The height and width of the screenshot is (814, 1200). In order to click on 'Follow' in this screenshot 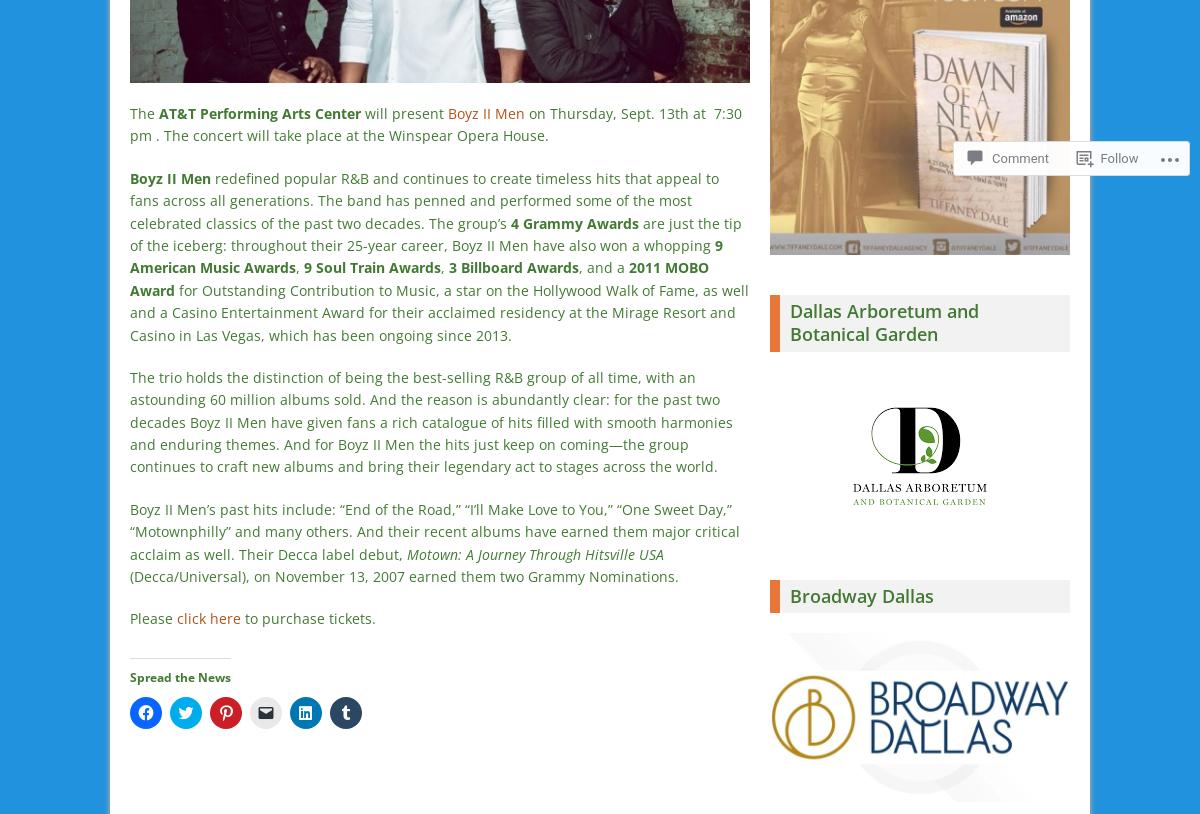, I will do `click(1118, 157)`.